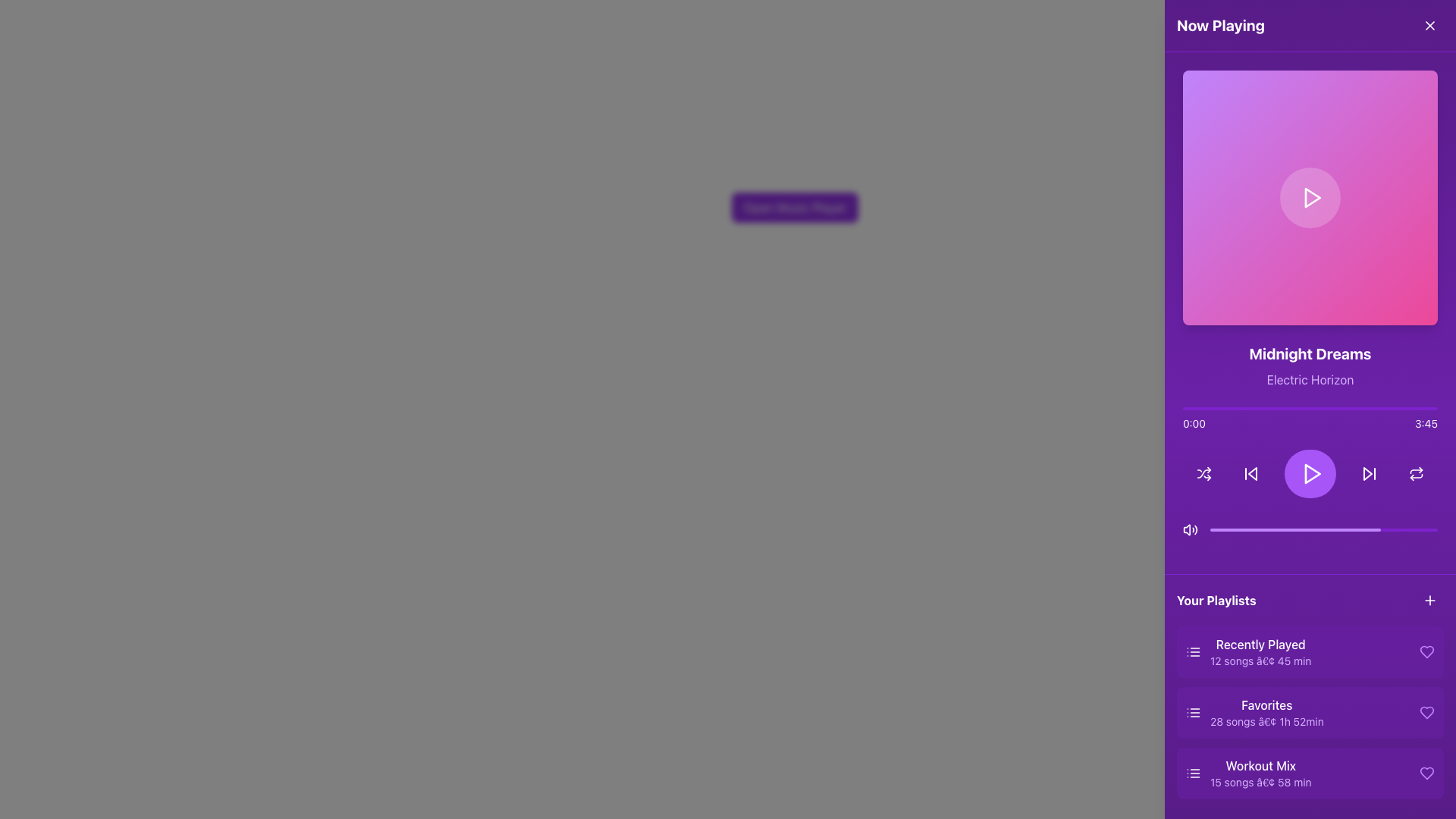  What do you see at coordinates (1415, 475) in the screenshot?
I see `the repeat button icon located at the bottom-right of the music player interface, which toggles the repeat functionality for the track or playlist` at bounding box center [1415, 475].